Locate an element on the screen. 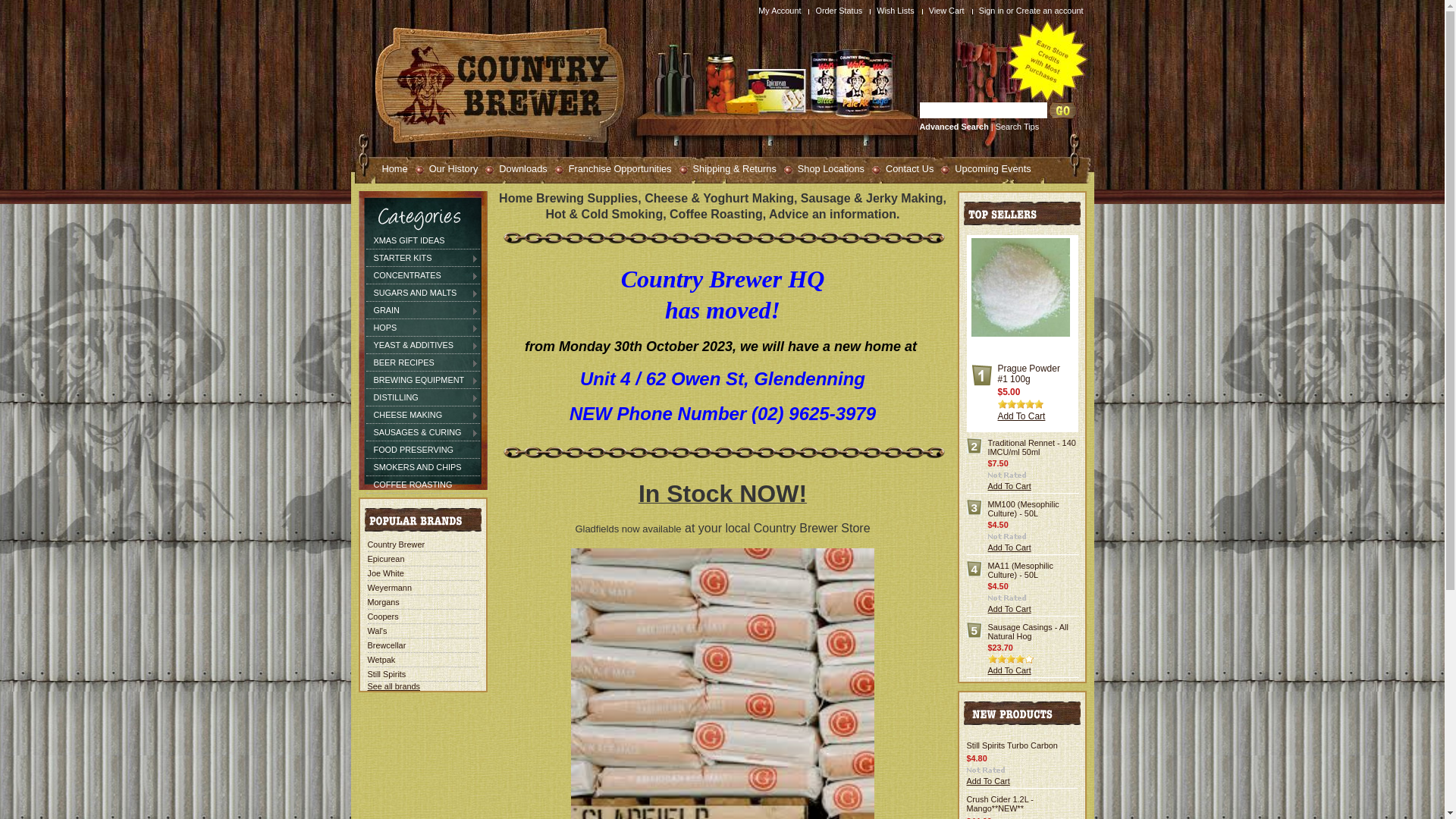 This screenshot has height=819, width=1456. 'Create an account' is located at coordinates (1015, 11).